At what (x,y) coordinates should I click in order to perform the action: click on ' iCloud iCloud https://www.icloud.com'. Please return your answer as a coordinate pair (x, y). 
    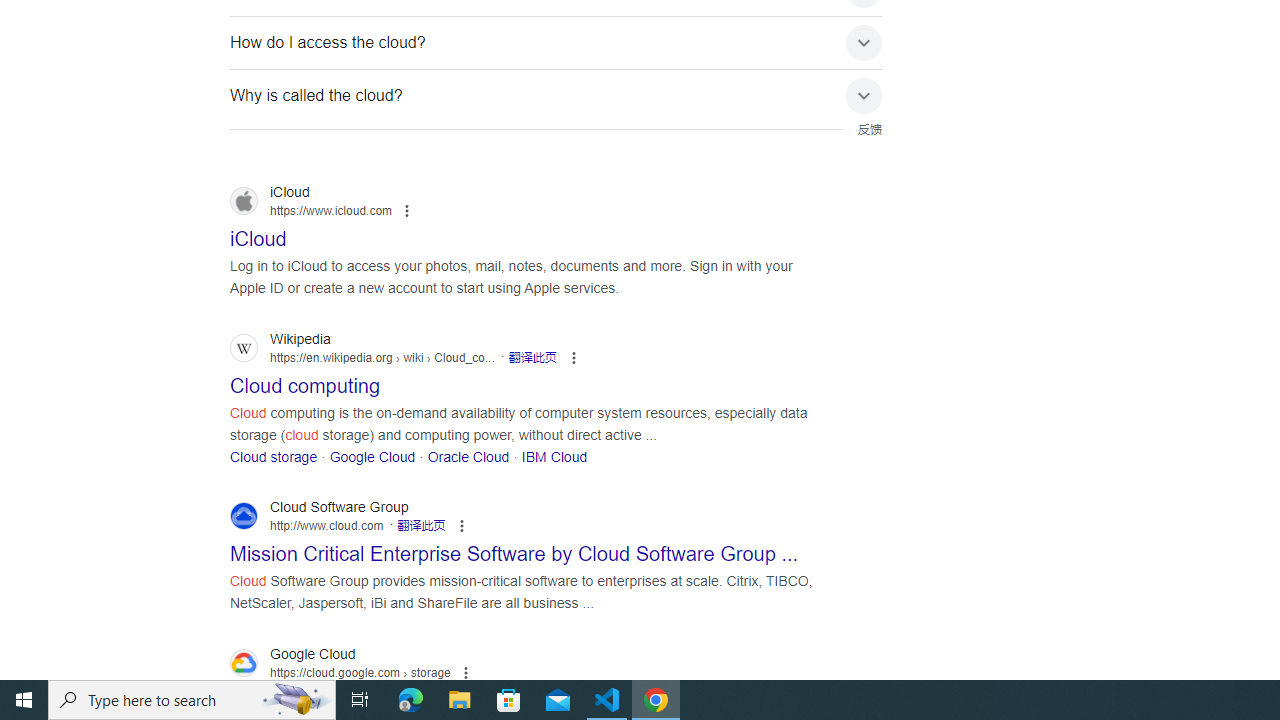
    Looking at the image, I should click on (257, 232).